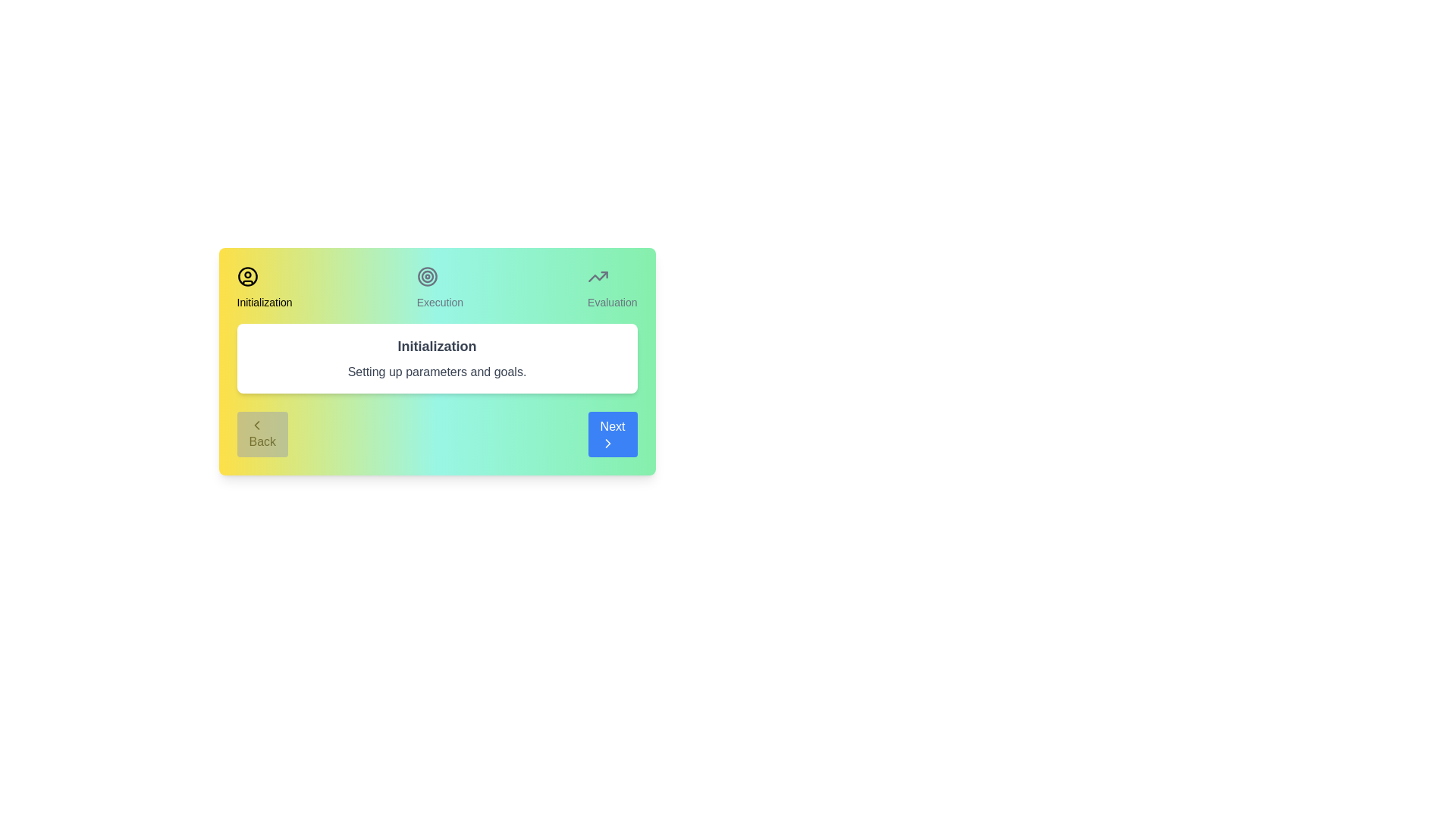  I want to click on the Initialization icon to navigate to the corresponding stage, so click(247, 277).